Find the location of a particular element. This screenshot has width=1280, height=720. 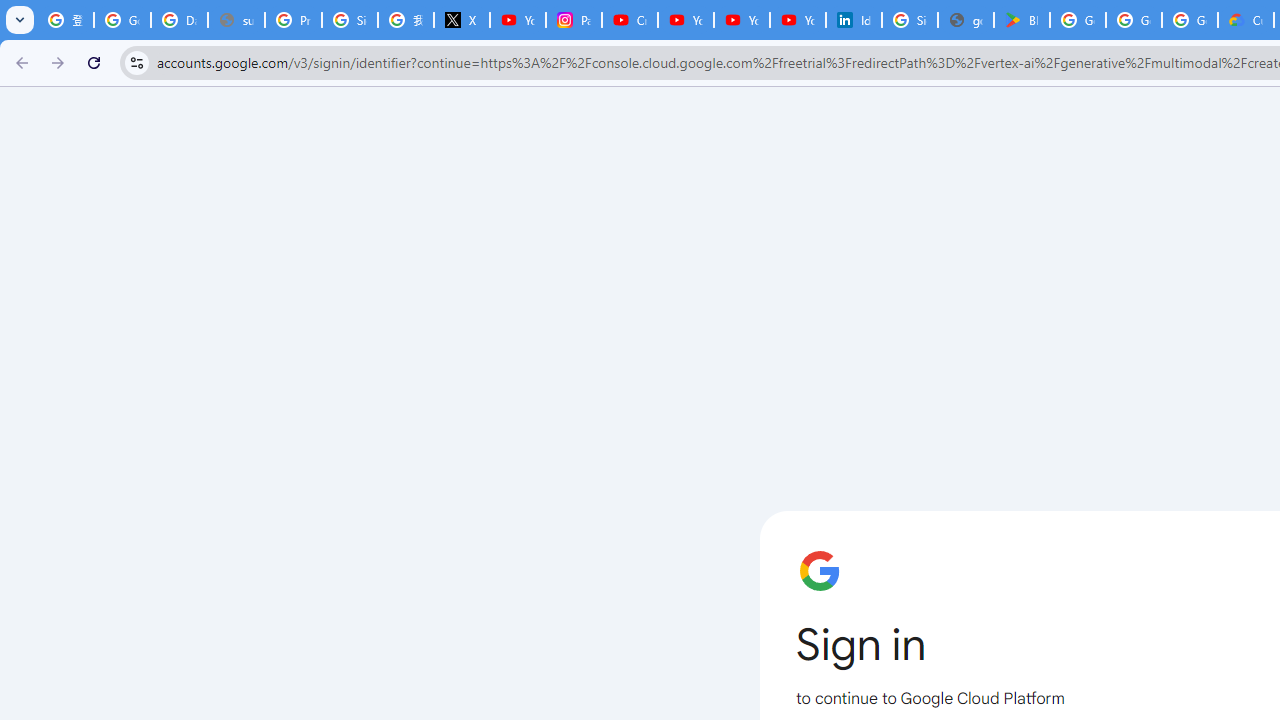

'YouTube Culture & Trends - YouTube Top 10, 2021' is located at coordinates (741, 20).